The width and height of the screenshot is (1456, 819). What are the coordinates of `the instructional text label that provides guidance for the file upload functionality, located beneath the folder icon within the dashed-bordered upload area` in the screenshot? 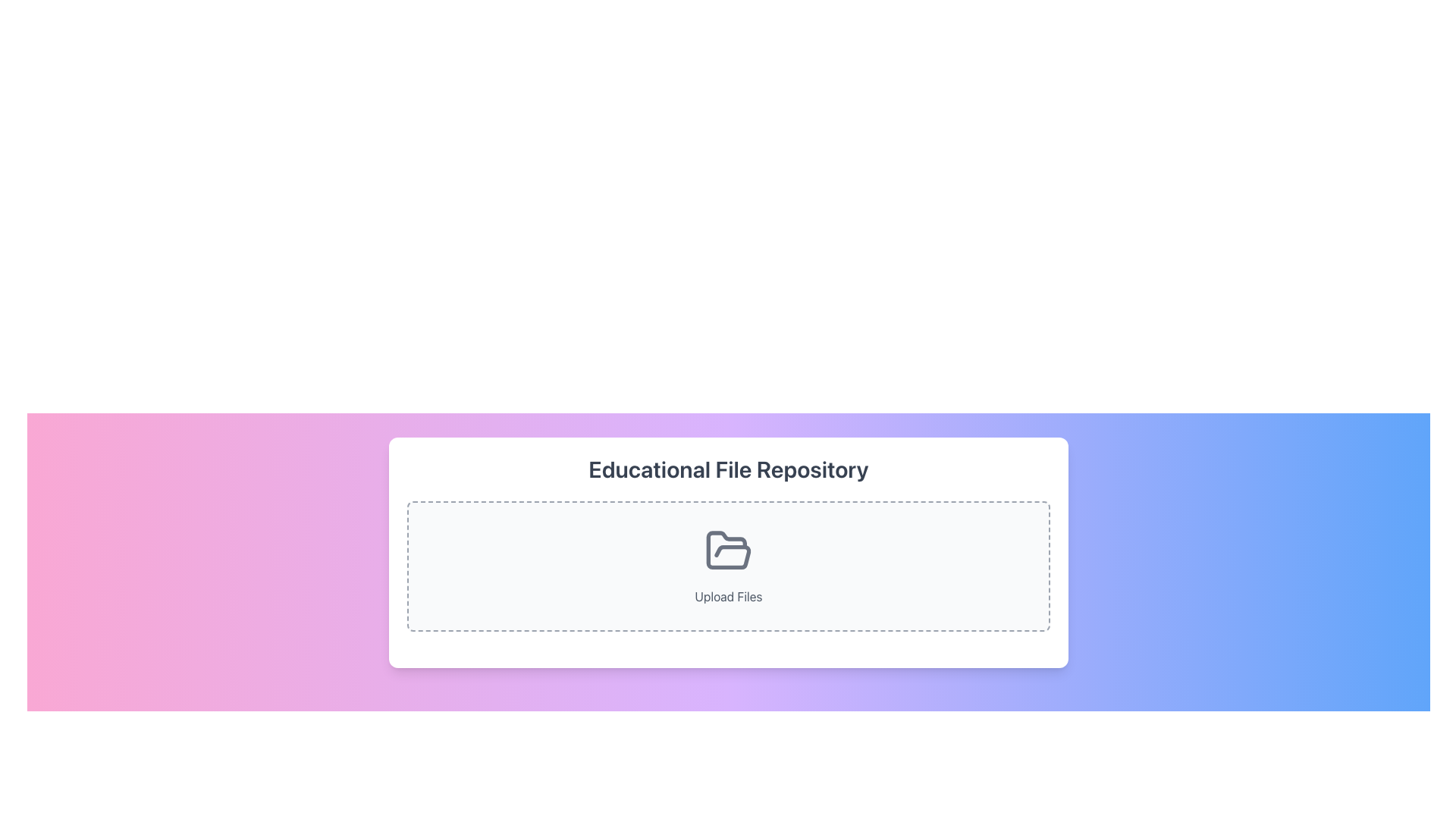 It's located at (728, 595).